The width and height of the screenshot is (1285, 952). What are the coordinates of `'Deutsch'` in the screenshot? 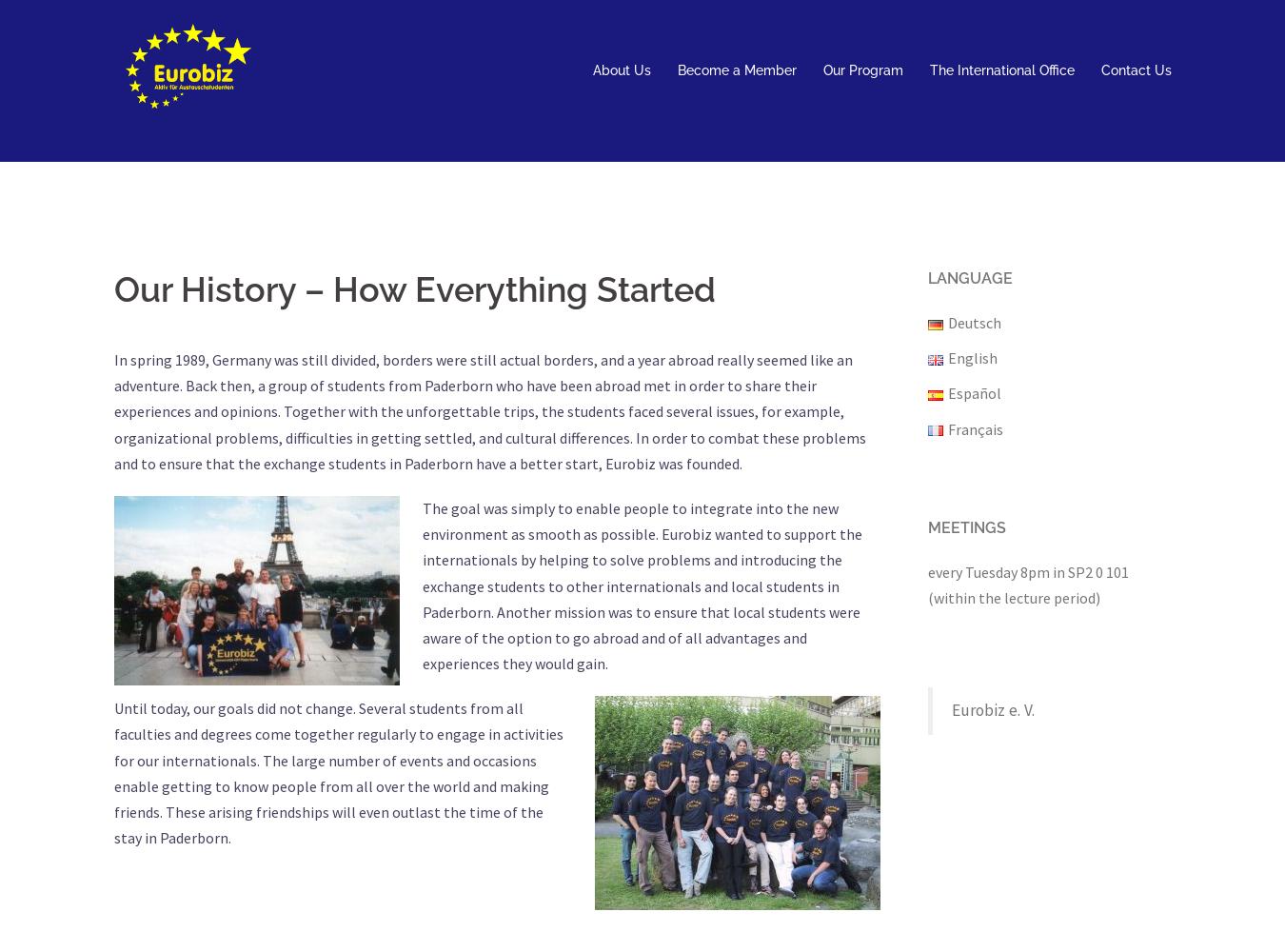 It's located at (974, 322).